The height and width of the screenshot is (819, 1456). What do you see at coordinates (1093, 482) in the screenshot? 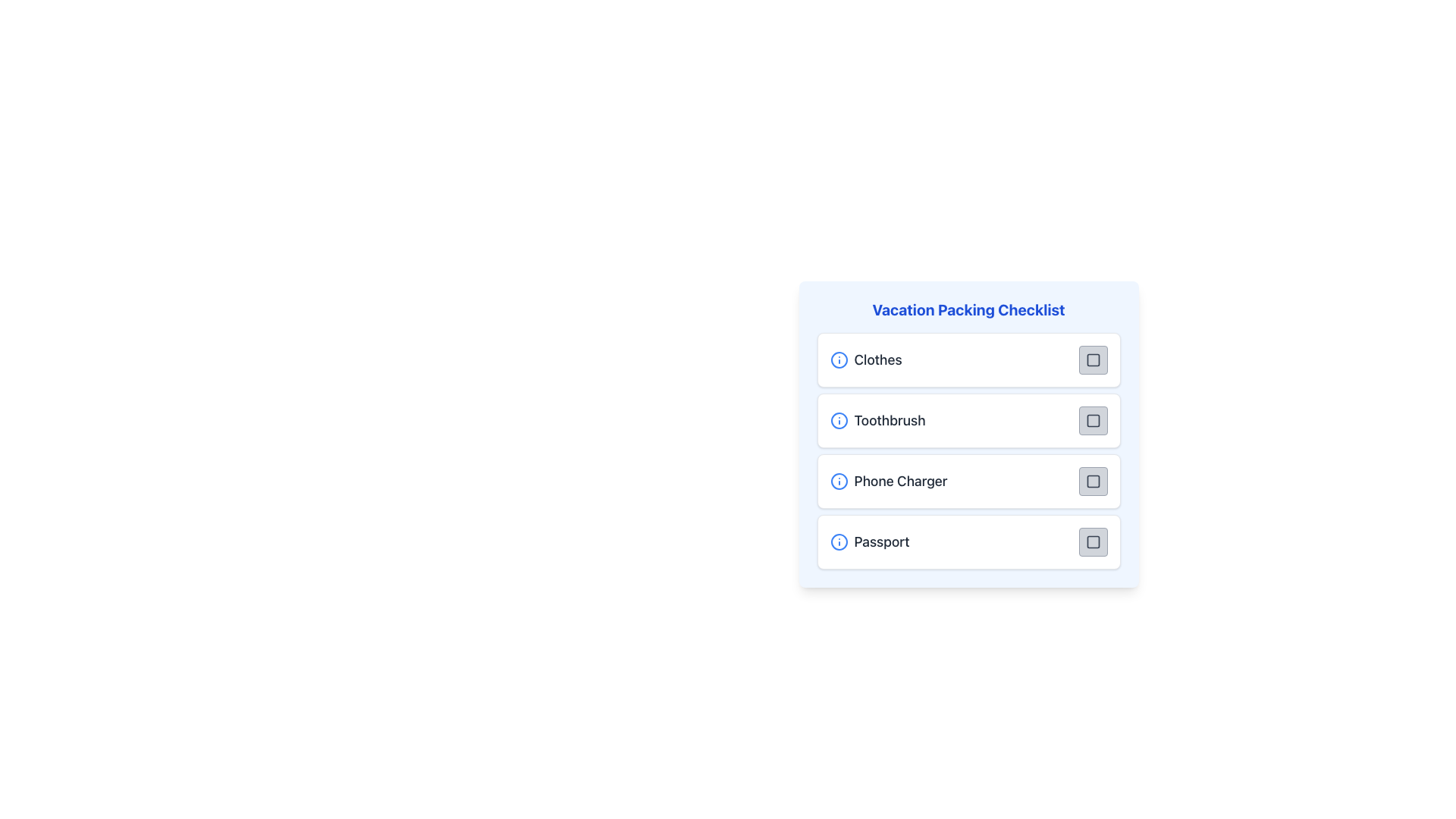
I see `the checkbox next to the 'Phone Charger' entry in the checklist` at bounding box center [1093, 482].